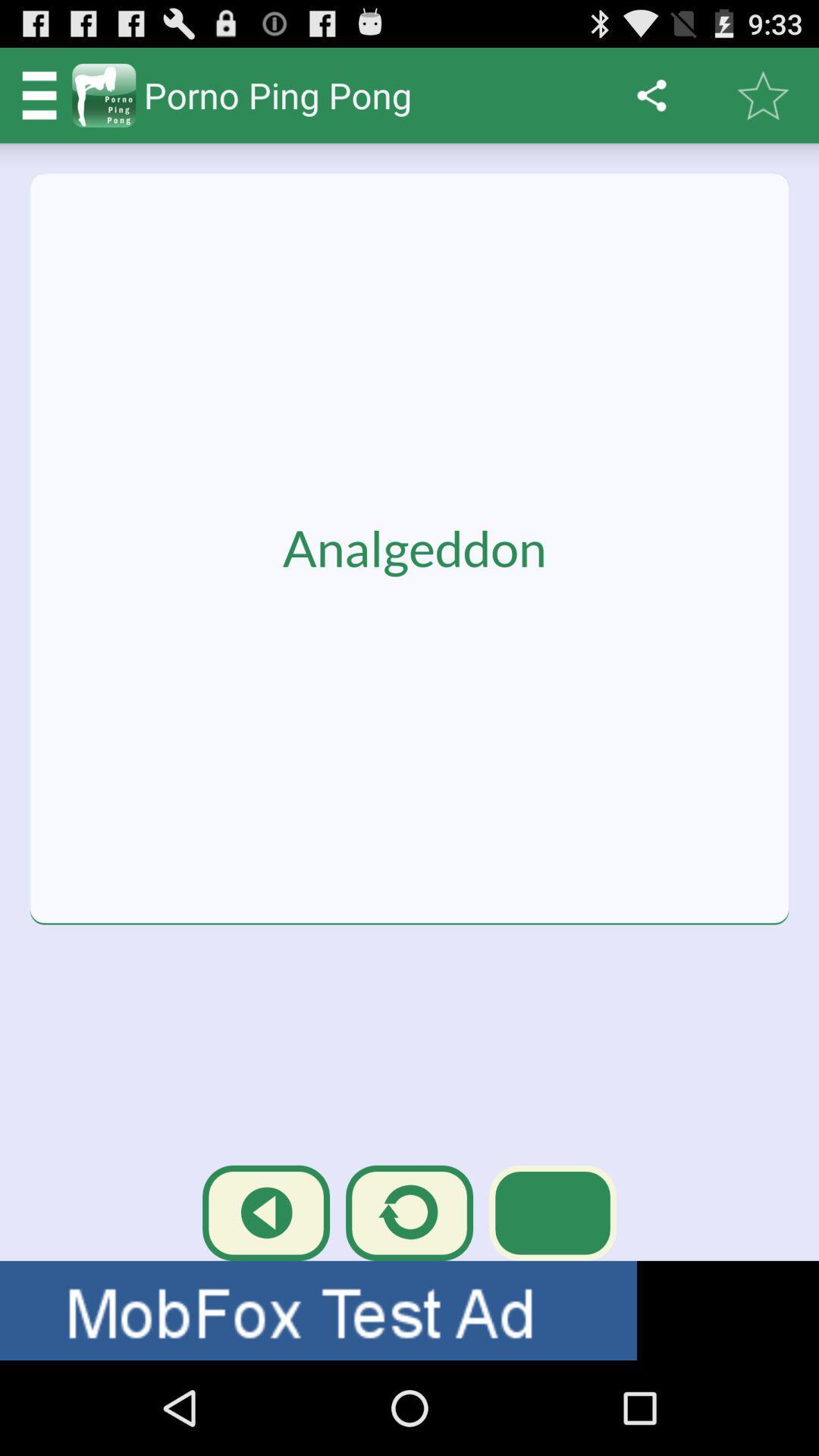  Describe the element at coordinates (763, 94) in the screenshot. I see `button next to share button` at that location.